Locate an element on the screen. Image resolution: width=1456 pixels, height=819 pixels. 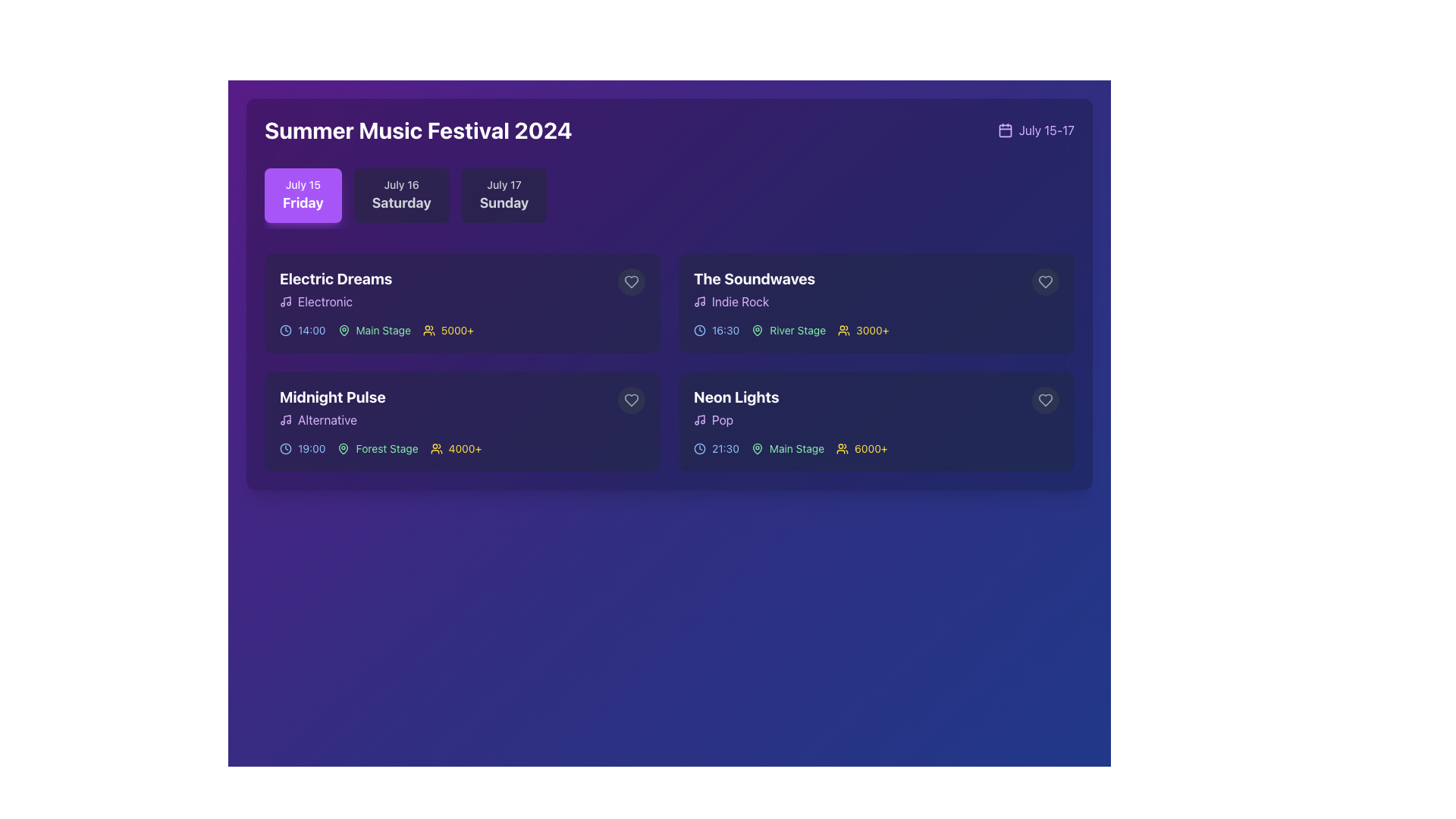
the icon representing the location for the 'Main Stage' of the 'Electric Dreams' event, which is located to the left of the text label 'Main Stage' is located at coordinates (343, 329).